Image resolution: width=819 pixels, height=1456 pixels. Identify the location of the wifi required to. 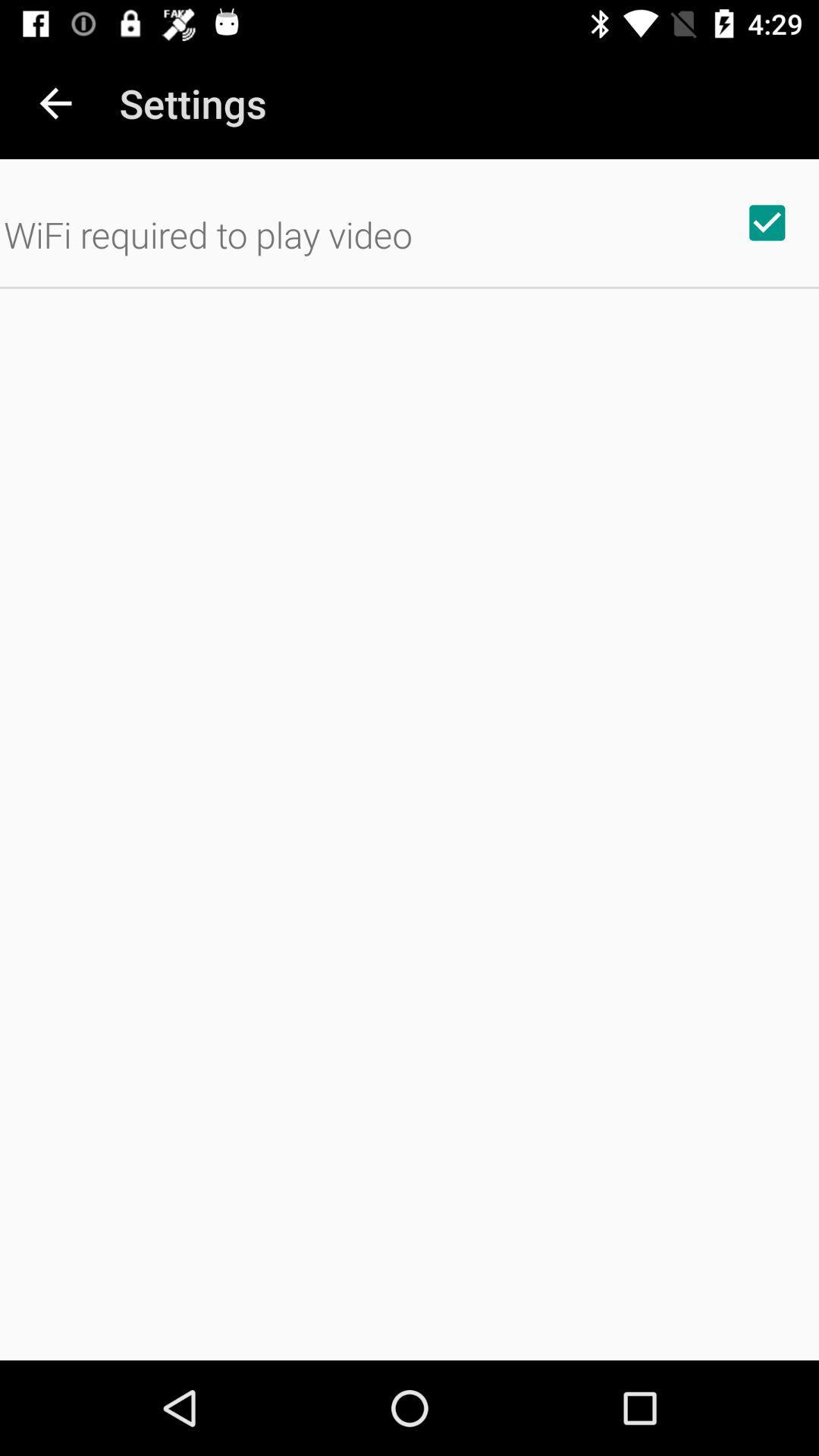
(208, 234).